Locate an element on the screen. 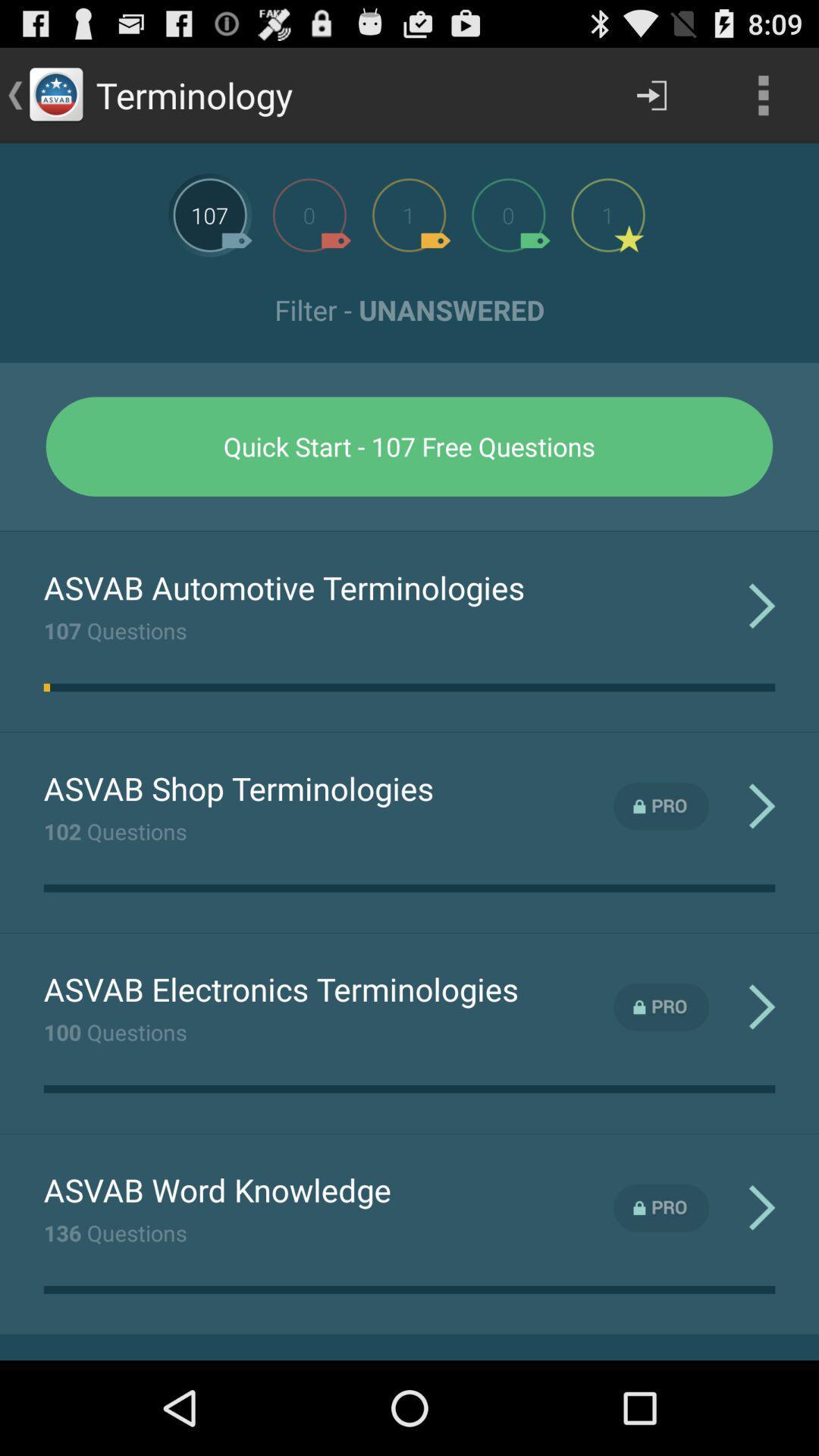  the item next to the terminology app is located at coordinates (651, 94).